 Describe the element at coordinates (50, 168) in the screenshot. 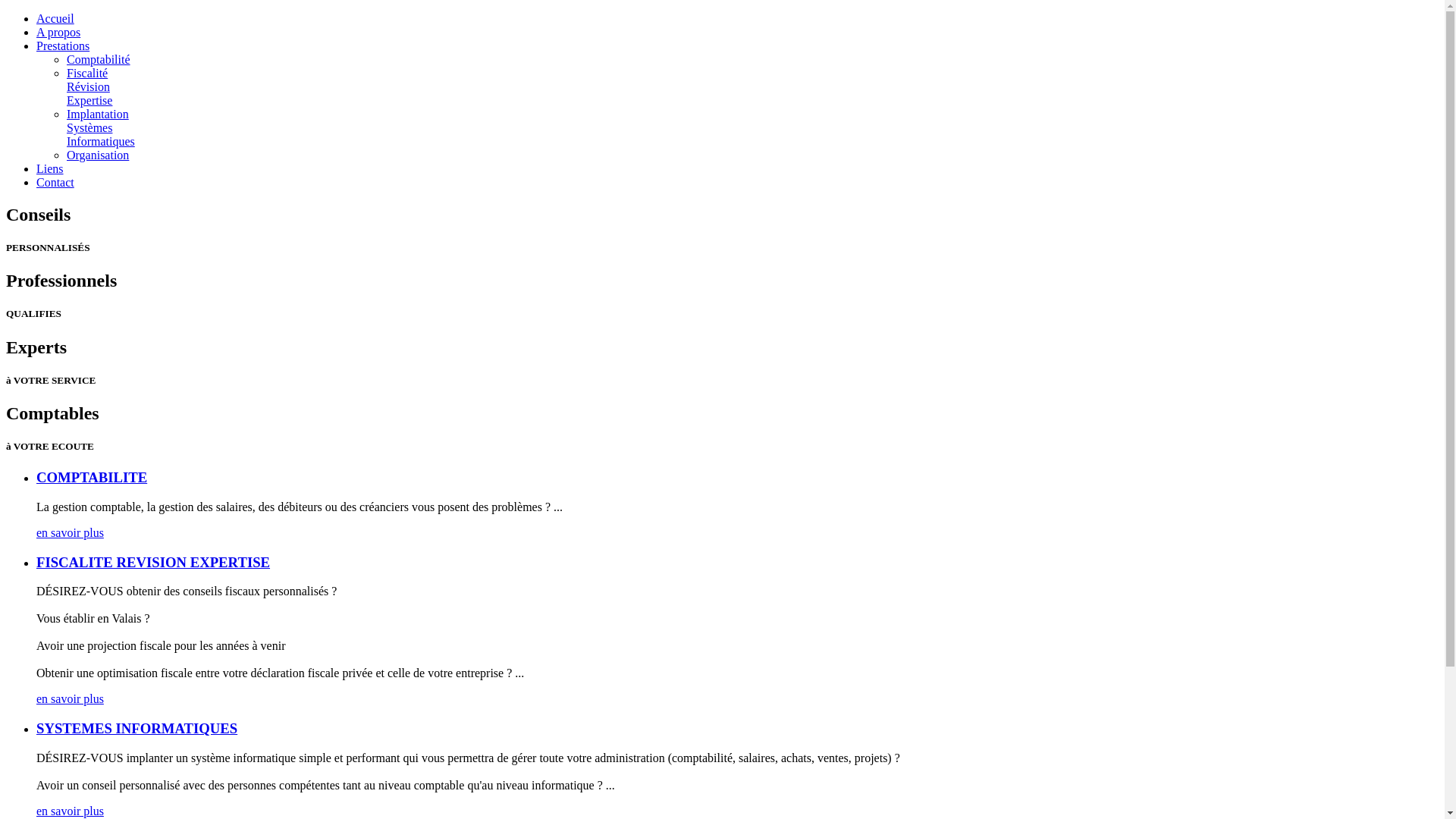

I see `'Liens'` at that location.